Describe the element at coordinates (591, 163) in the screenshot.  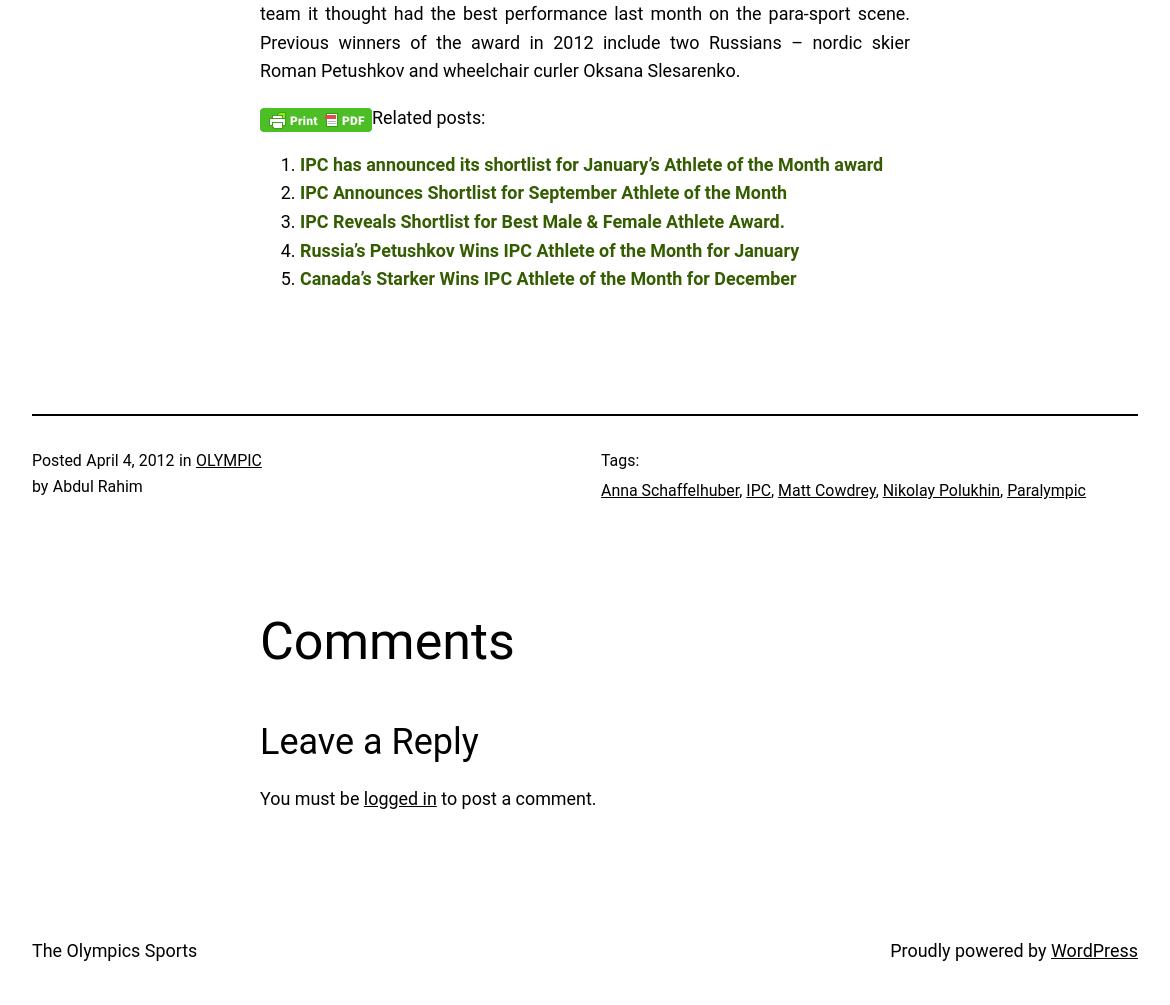
I see `'IPC has announced its shortlist for January’s Athlete of the Month award'` at that location.